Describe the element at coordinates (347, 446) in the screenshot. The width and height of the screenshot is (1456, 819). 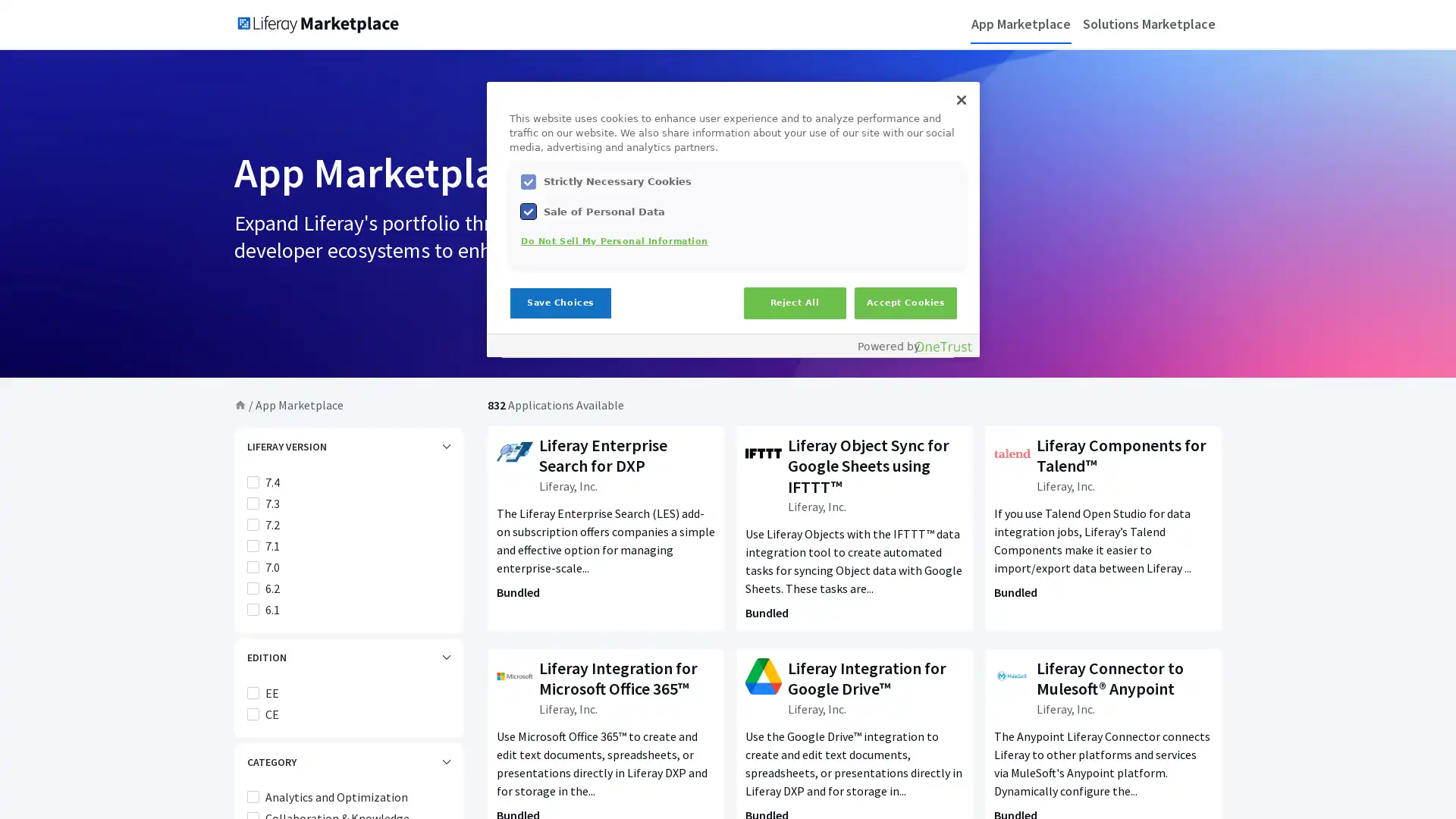
I see `LIFERAY VERSION` at that location.